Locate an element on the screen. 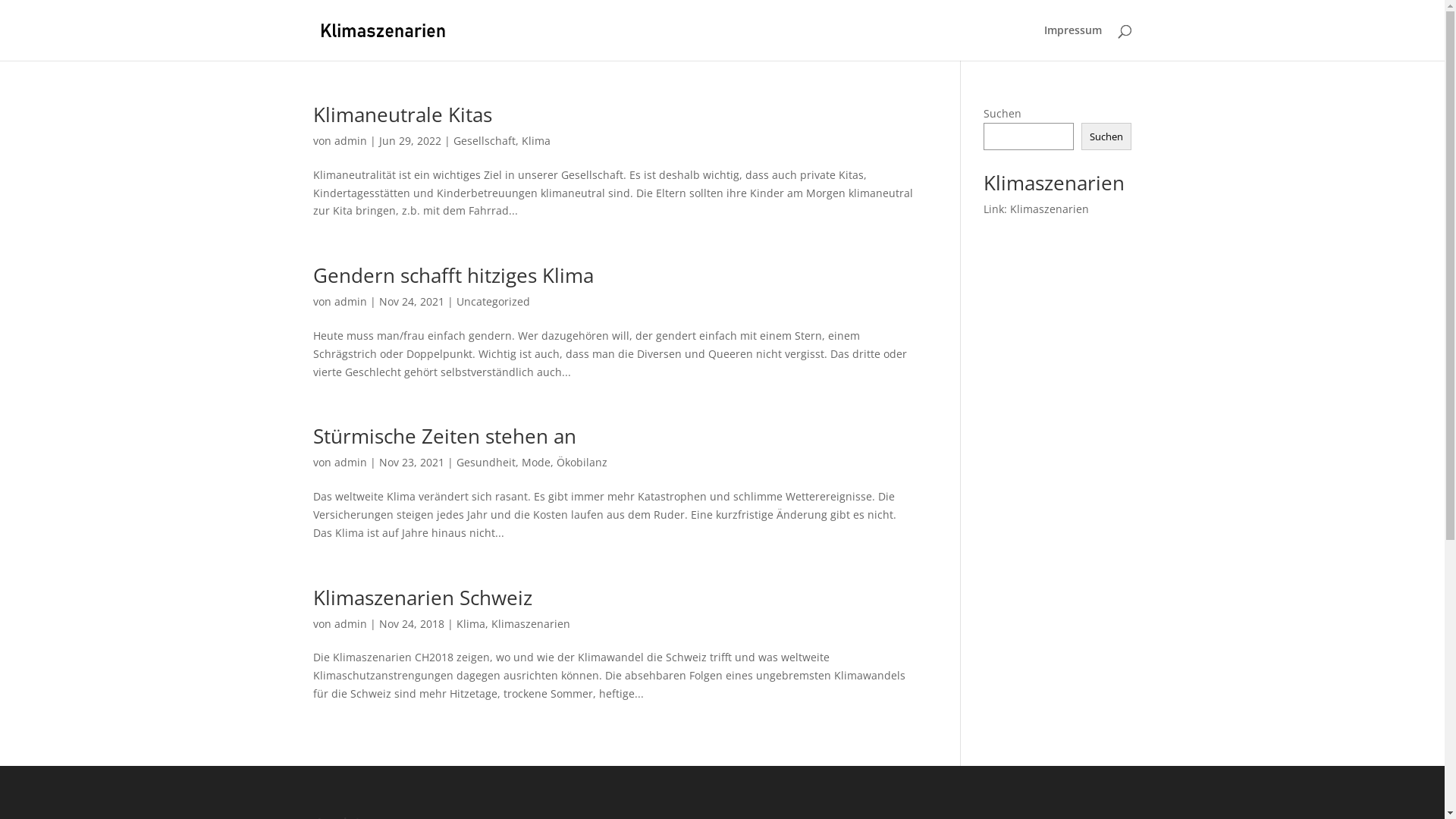  'Klimaszenarien' is located at coordinates (1048, 209).